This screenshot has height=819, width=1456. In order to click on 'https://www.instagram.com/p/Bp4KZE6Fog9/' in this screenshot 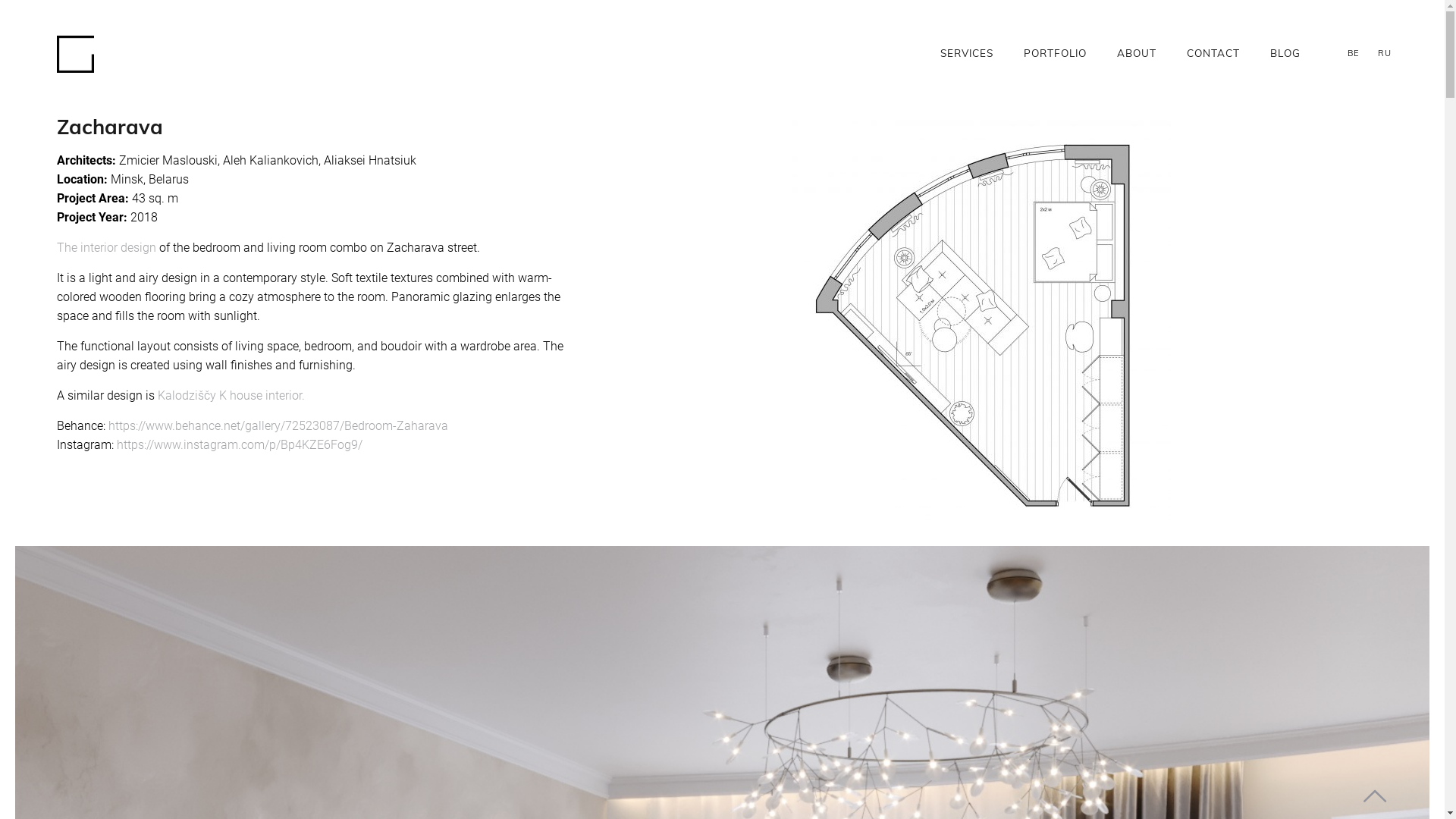, I will do `click(239, 444)`.